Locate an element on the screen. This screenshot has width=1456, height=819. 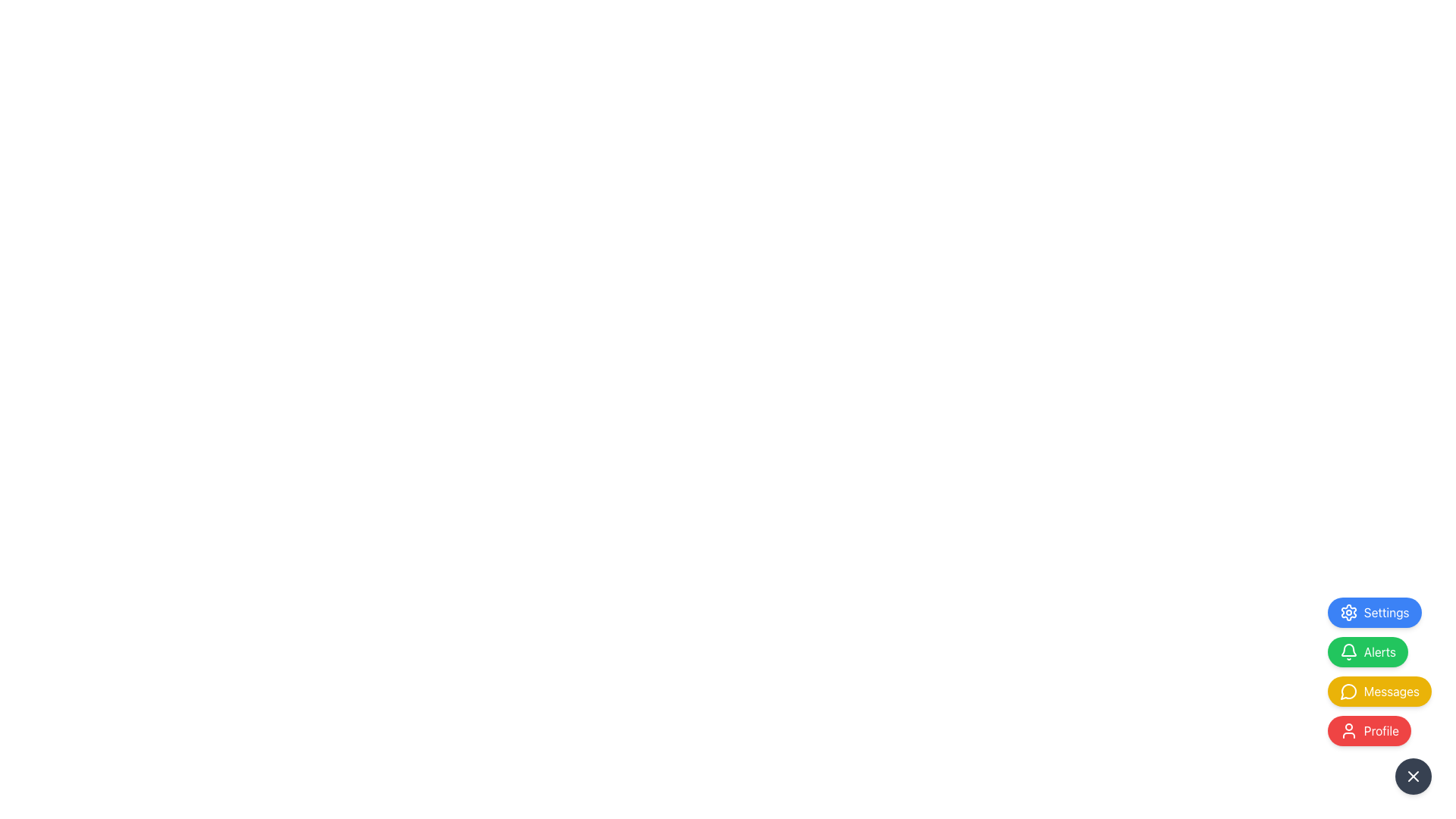
the user profile silhouette icon, which is located inside a red circular background at the bottom of the vertical stack of buttons including 'Settings,' 'Alerts,' 'Messages,' and 'Profile.' is located at coordinates (1348, 730).